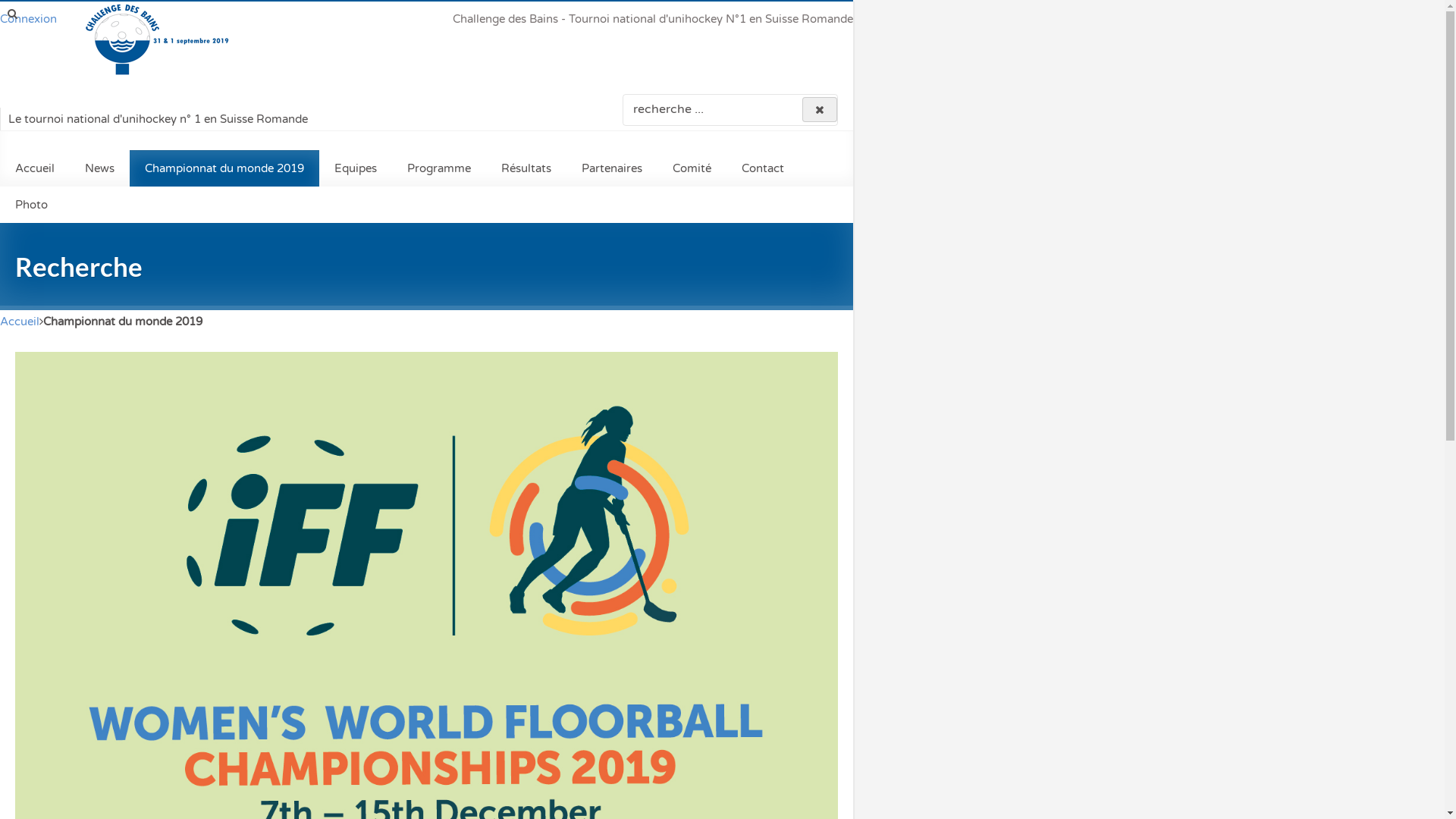 Image resolution: width=1456 pixels, height=819 pixels. What do you see at coordinates (99, 168) in the screenshot?
I see `'News'` at bounding box center [99, 168].